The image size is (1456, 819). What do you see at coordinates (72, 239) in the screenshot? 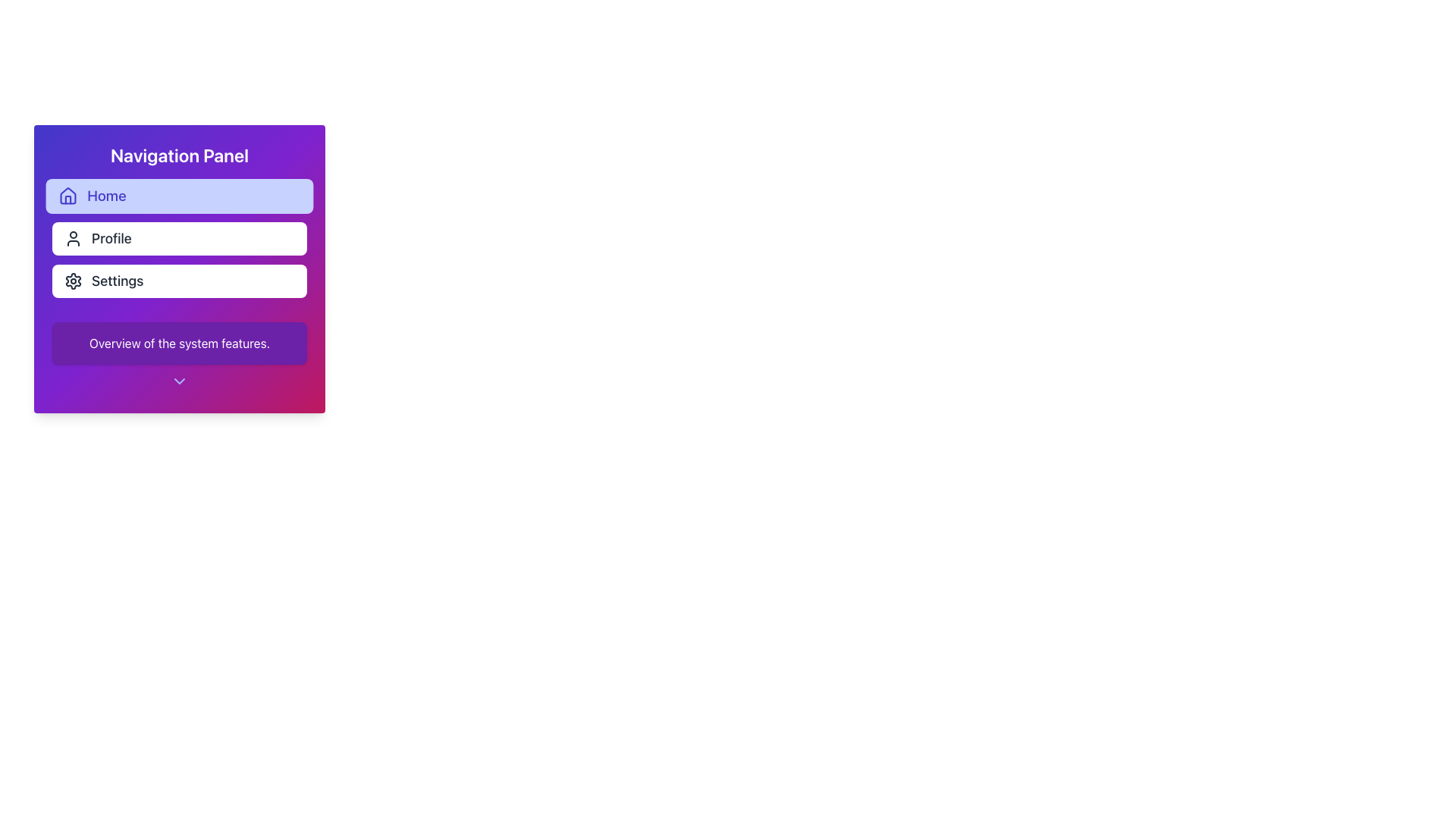
I see `the user profile icon, which is a minimalistic design consisting of a circle for the head and an outline for the shoulders, located to the left of the 'Profile' text in the 'Profile' navigation option` at bounding box center [72, 239].